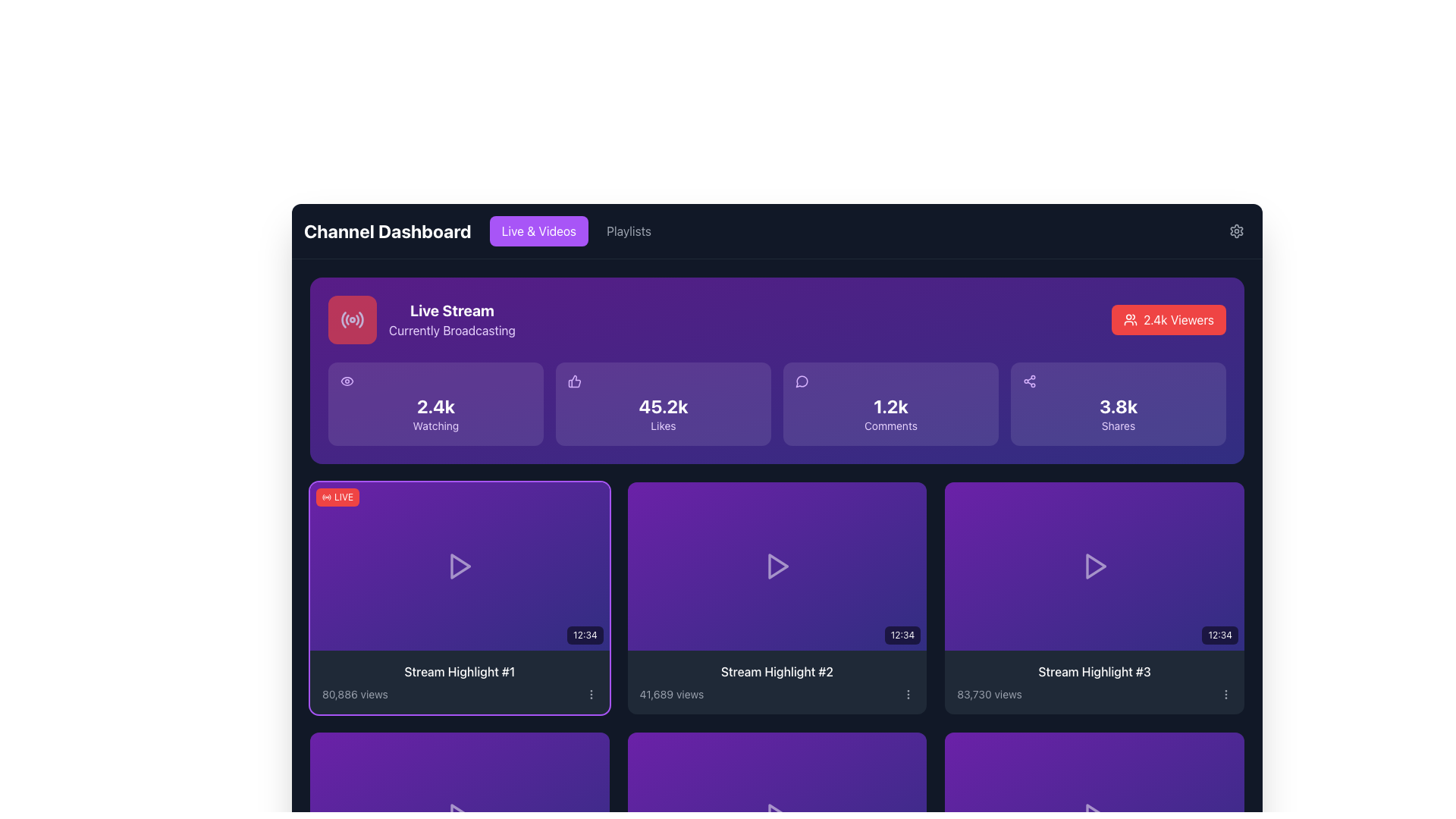 The image size is (1456, 819). Describe the element at coordinates (590, 694) in the screenshot. I see `the vertical ellipsis button located in the bottom-right corner of the 'Stream Highlight #1' card` at that location.